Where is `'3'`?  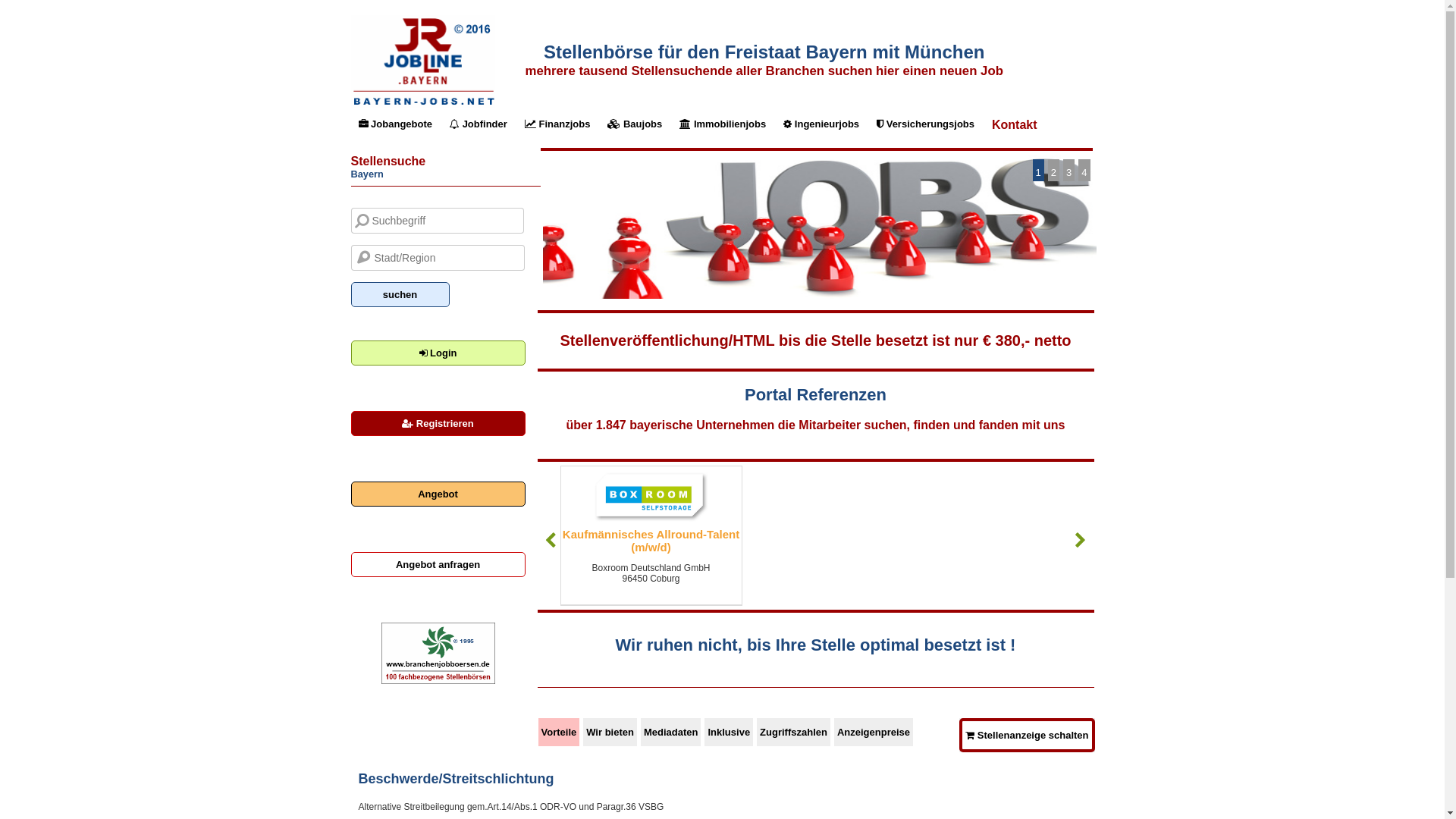 '3' is located at coordinates (1068, 170).